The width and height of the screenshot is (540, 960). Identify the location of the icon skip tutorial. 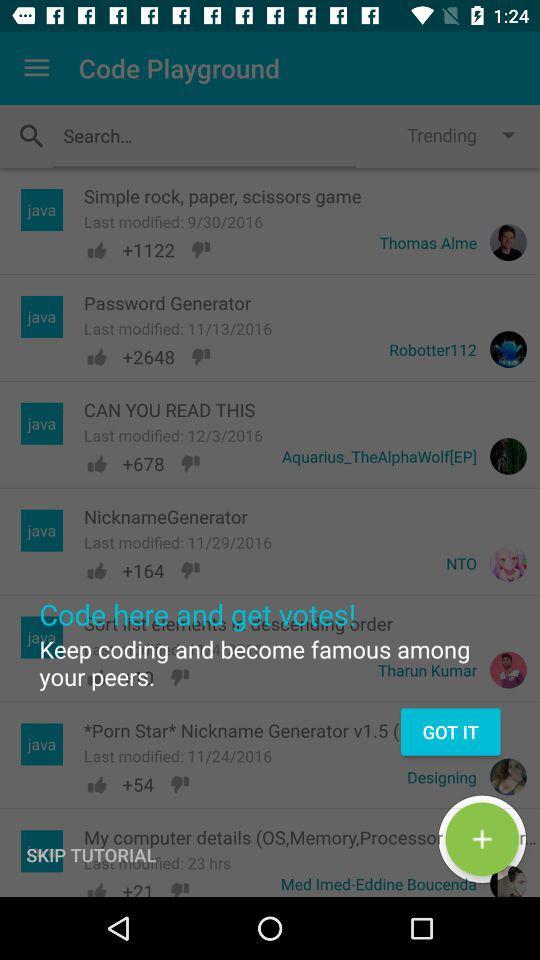
(91, 854).